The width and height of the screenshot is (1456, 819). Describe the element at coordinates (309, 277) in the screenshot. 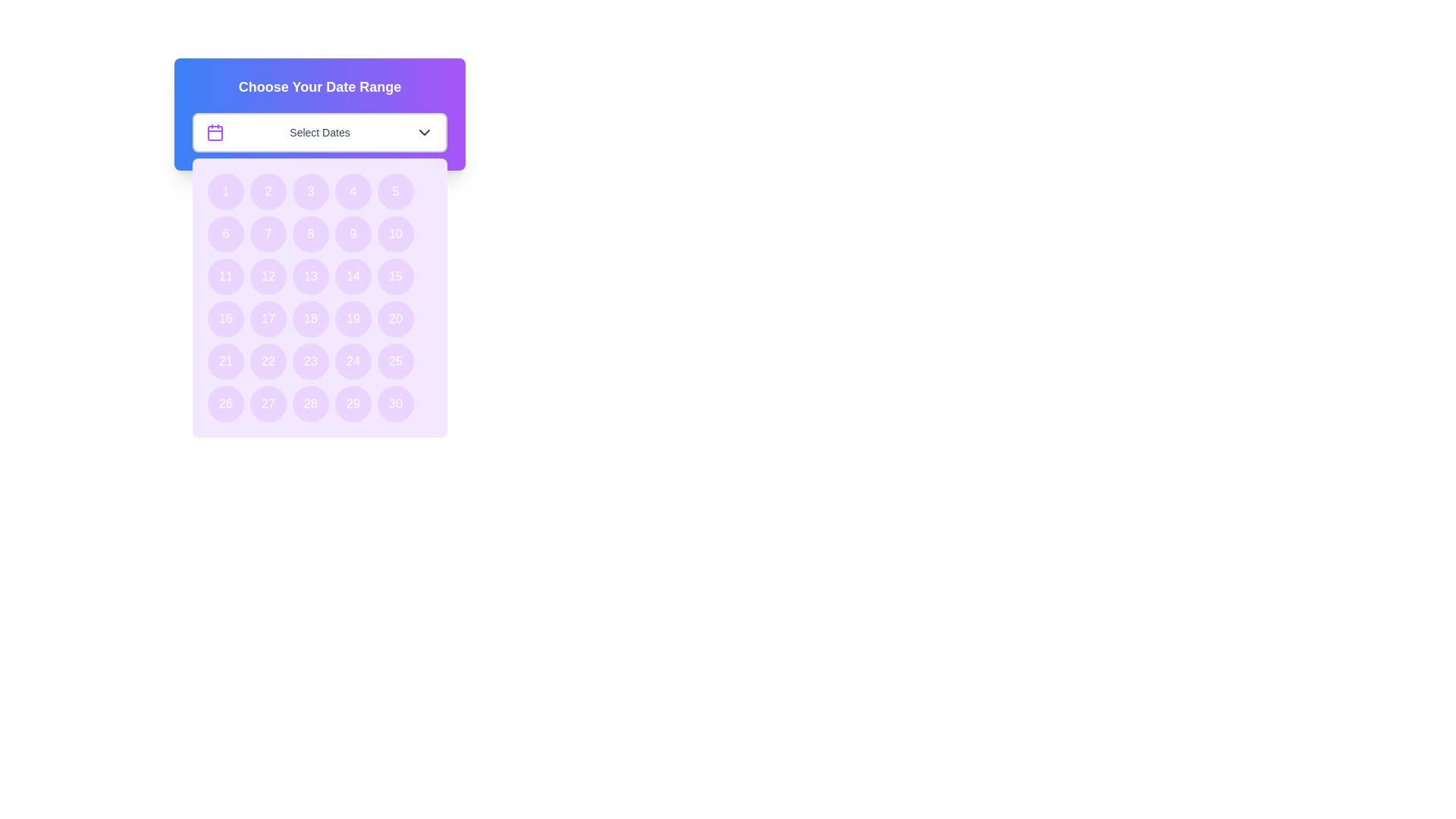

I see `the circular button labeled '13' with a violet background` at that location.